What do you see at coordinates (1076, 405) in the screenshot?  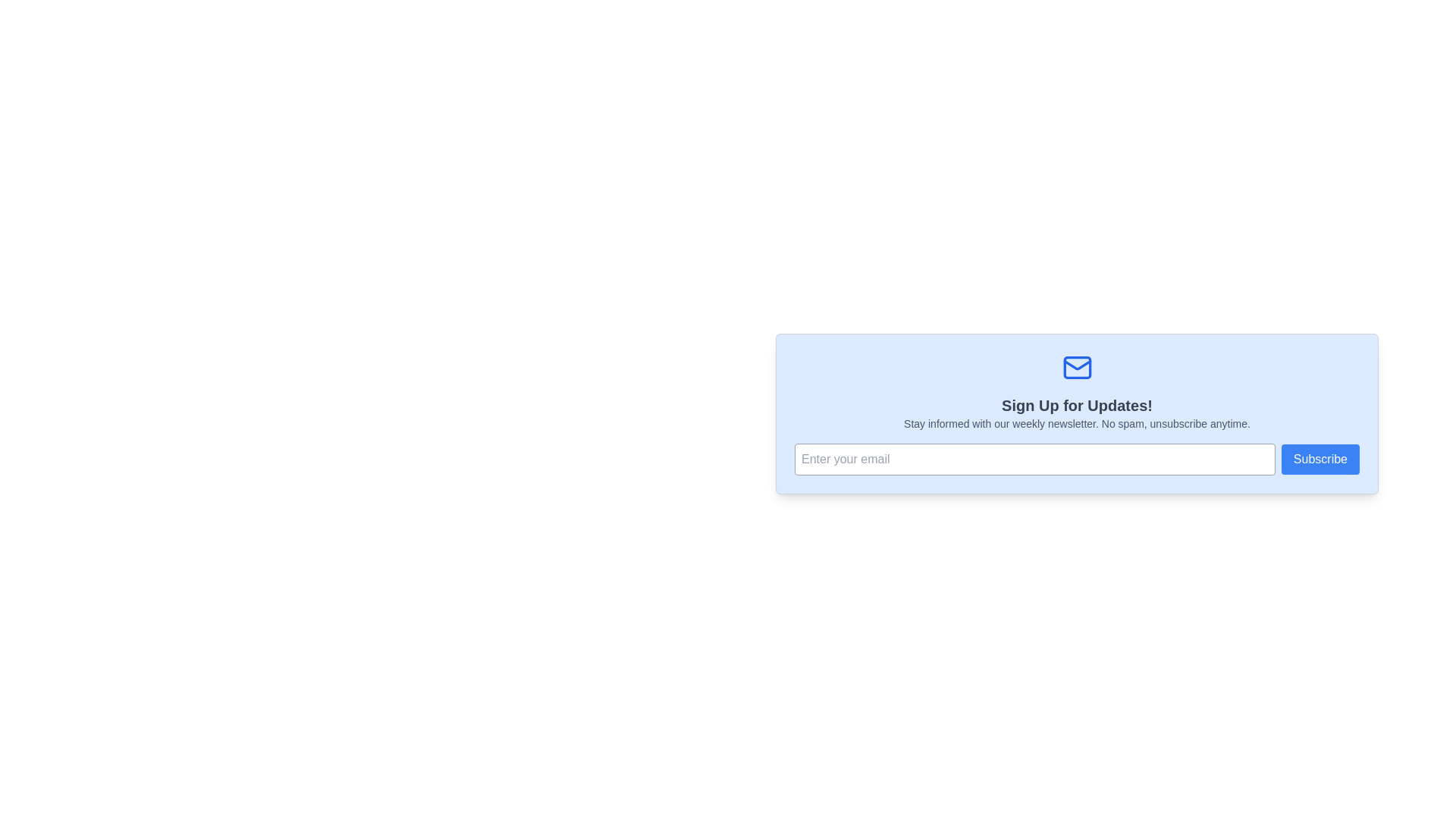 I see `the bold text label displaying 'Sign Up for Updates!' that is located at the top middle of the registration card` at bounding box center [1076, 405].